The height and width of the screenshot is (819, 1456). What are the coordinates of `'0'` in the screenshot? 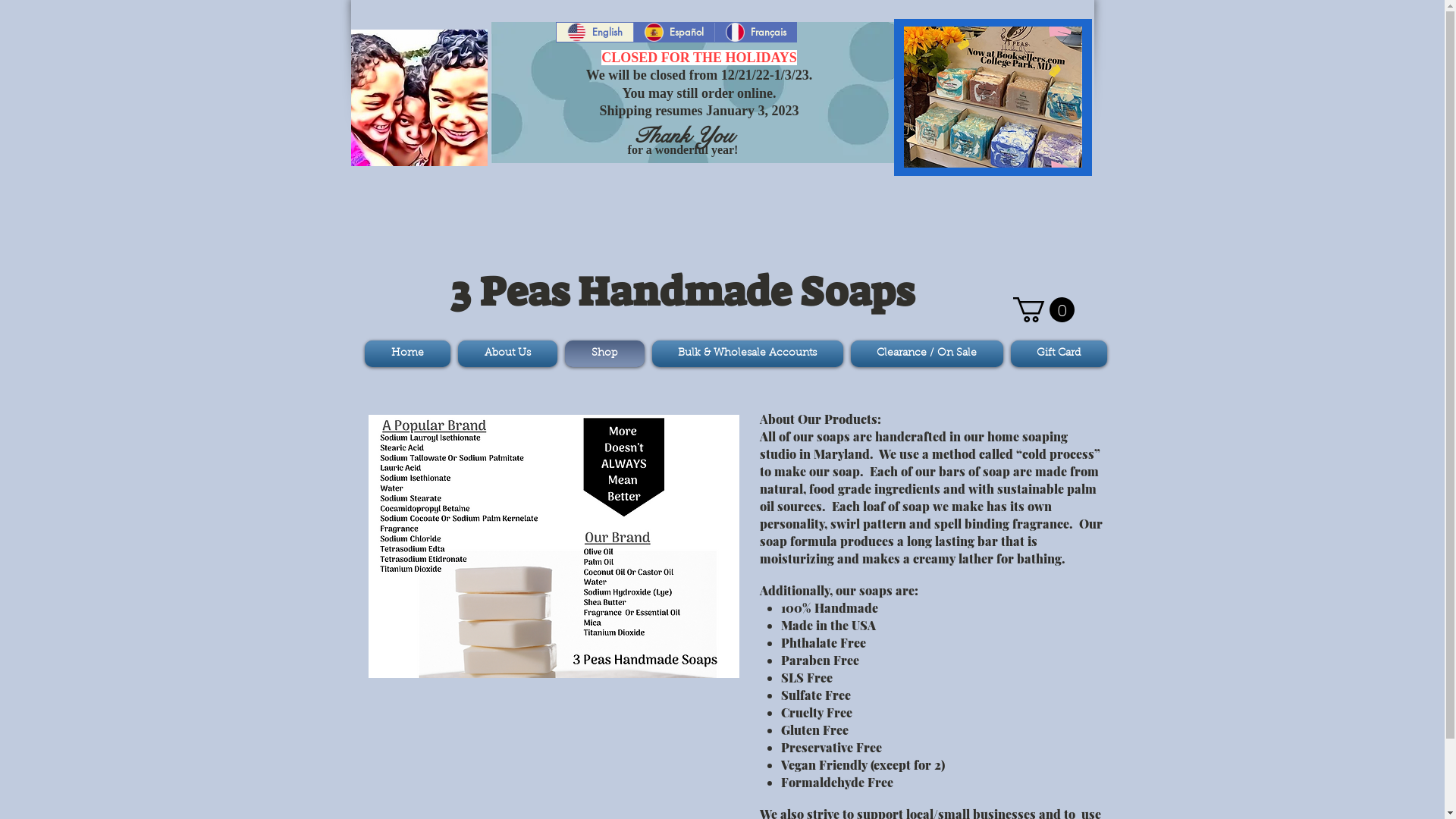 It's located at (1043, 309).